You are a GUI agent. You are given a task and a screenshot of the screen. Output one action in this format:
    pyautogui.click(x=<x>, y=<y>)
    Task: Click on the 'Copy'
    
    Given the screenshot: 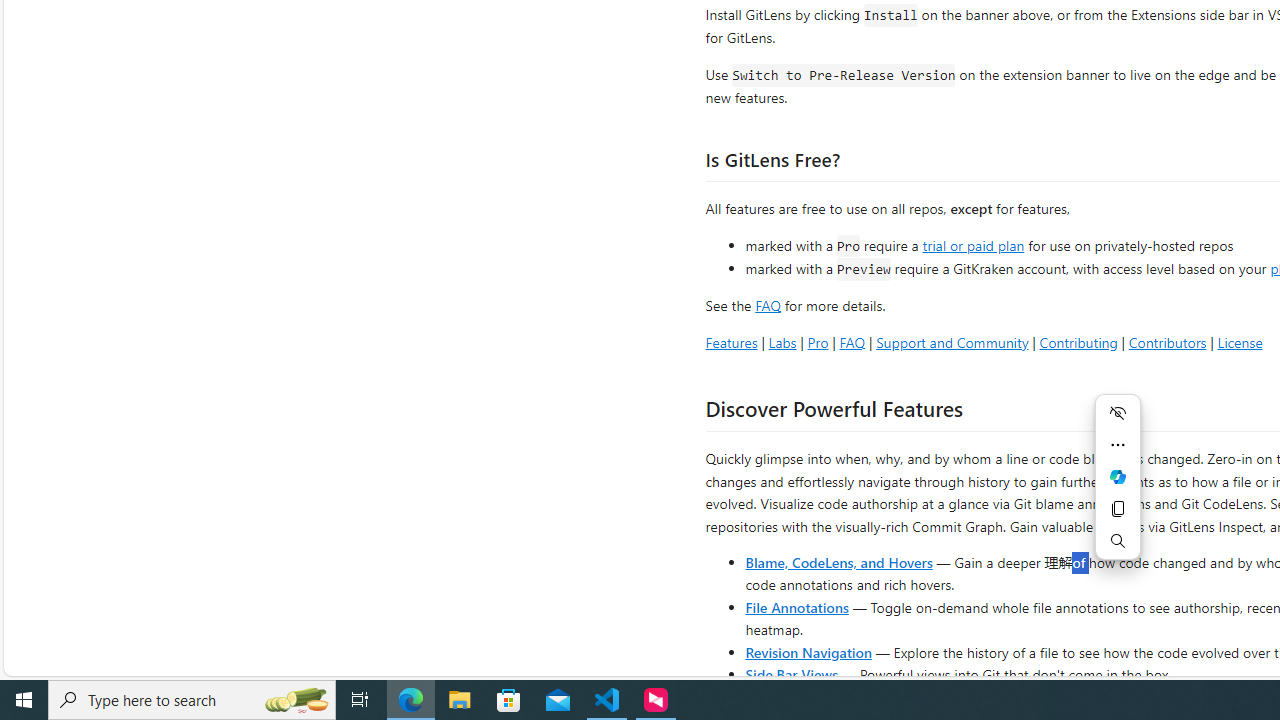 What is the action you would take?
    pyautogui.click(x=1117, y=508)
    